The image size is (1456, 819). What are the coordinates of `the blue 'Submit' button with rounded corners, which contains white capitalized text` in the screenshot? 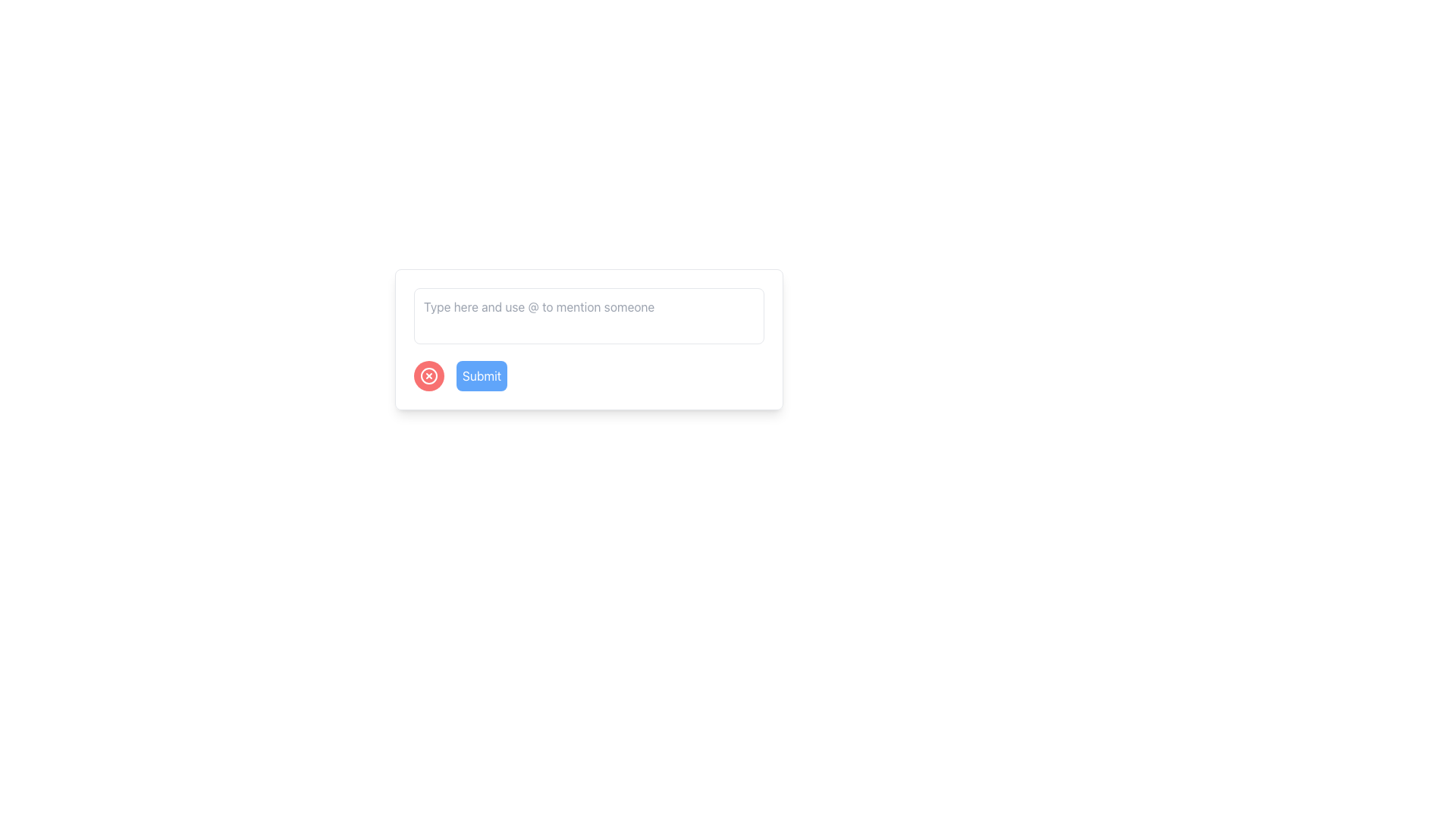 It's located at (481, 375).